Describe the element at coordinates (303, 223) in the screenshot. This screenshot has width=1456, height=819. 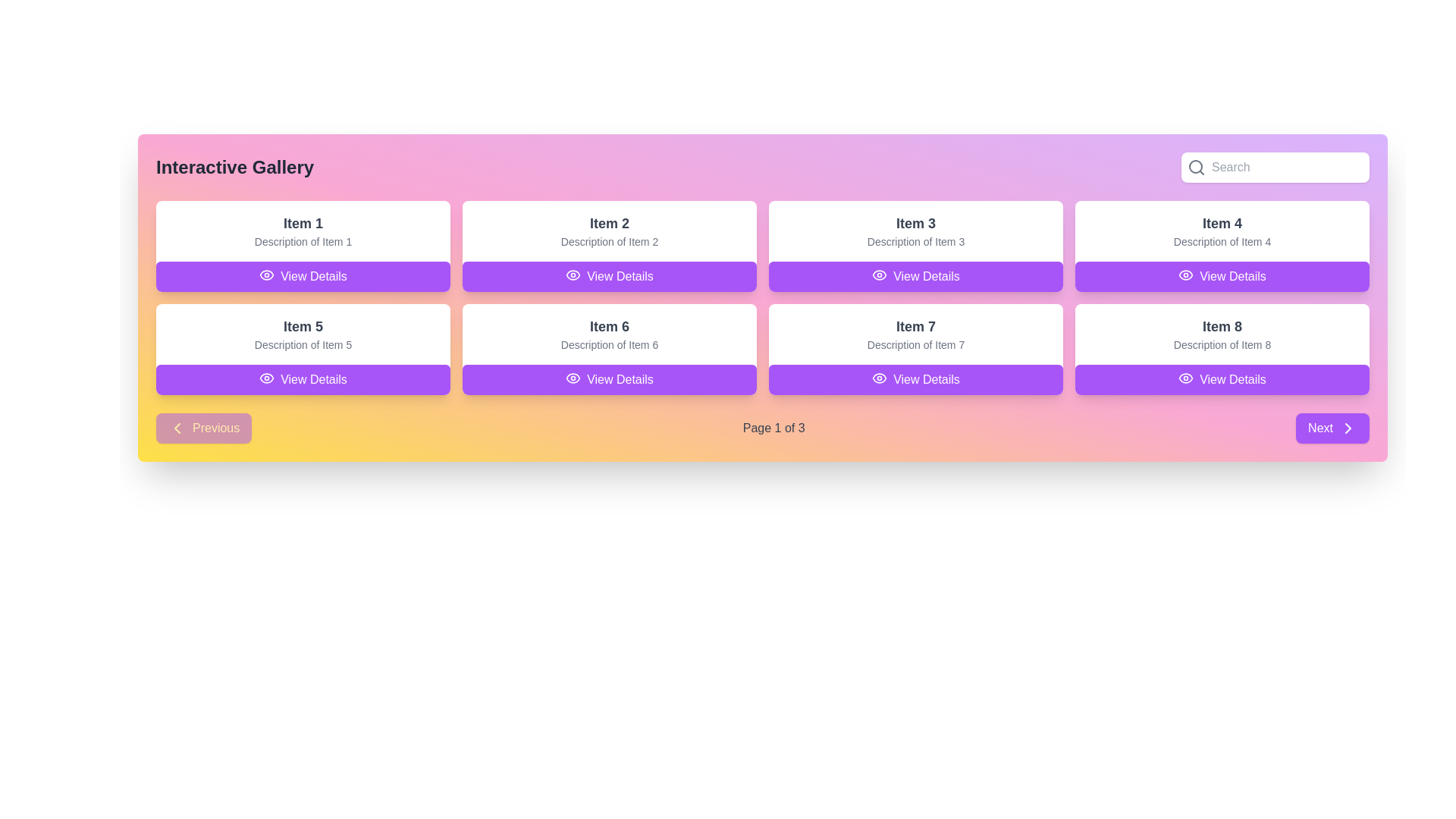
I see `the text label that serves as a title for 'Item 1' in the first card of the grid layout` at that location.